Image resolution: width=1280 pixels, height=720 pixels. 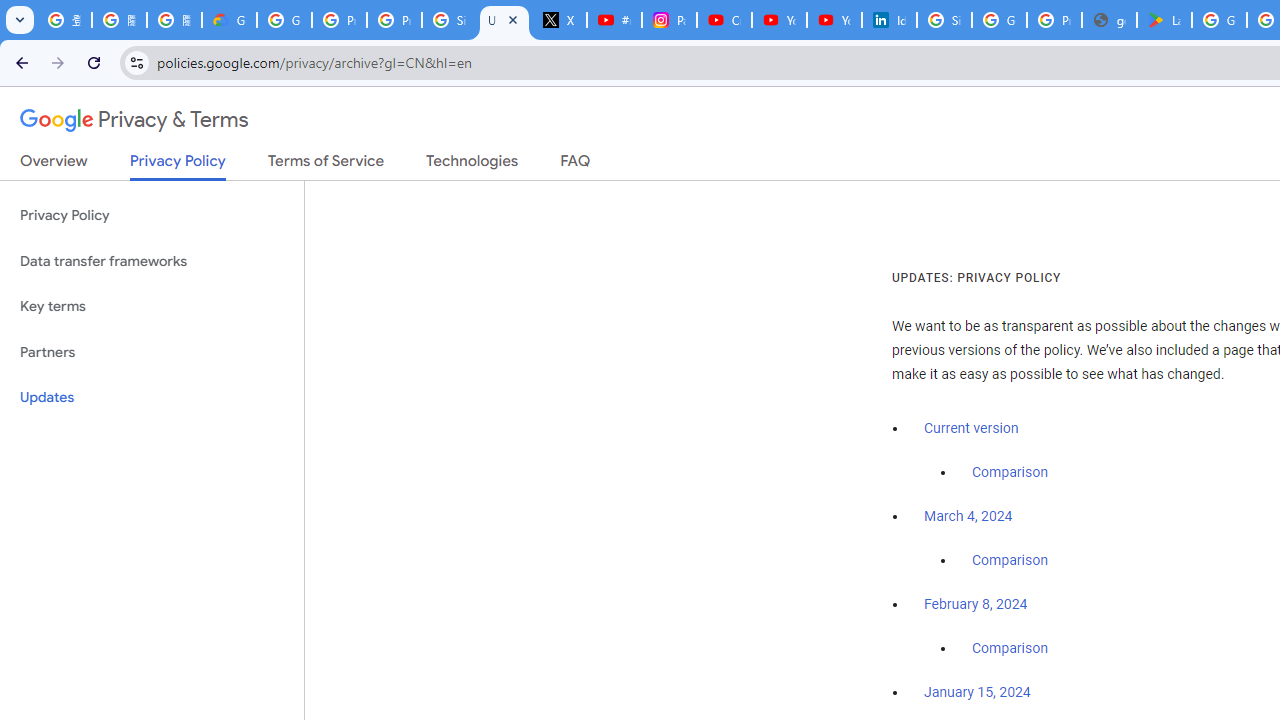 What do you see at coordinates (339, 20) in the screenshot?
I see `'Privacy Help Center - Policies Help'` at bounding box center [339, 20].